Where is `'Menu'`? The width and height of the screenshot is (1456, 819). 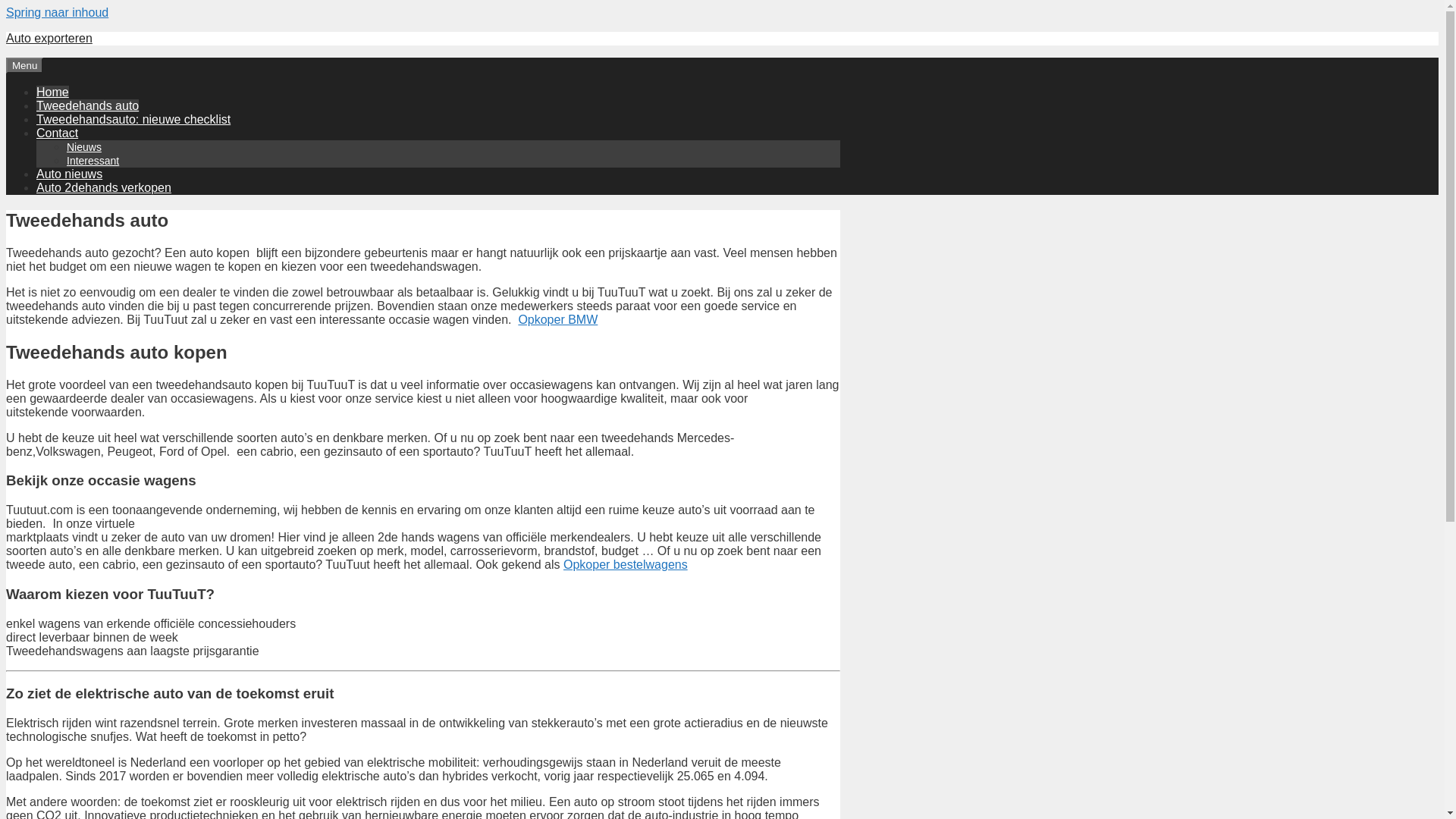 'Menu' is located at coordinates (24, 64).